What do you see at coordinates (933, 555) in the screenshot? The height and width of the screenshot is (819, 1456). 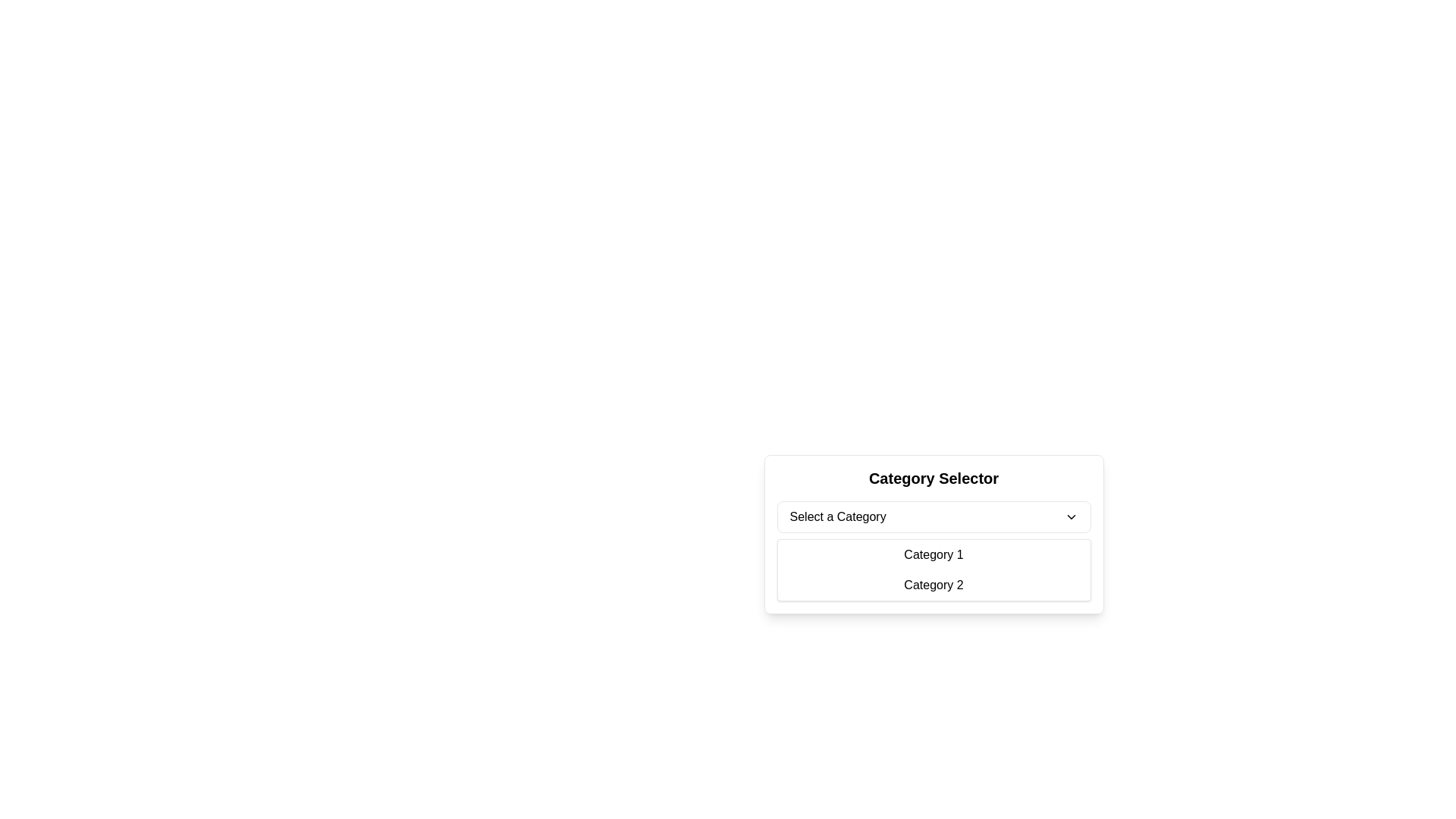 I see `the 'Category 1' list item in the dropdown menu` at bounding box center [933, 555].